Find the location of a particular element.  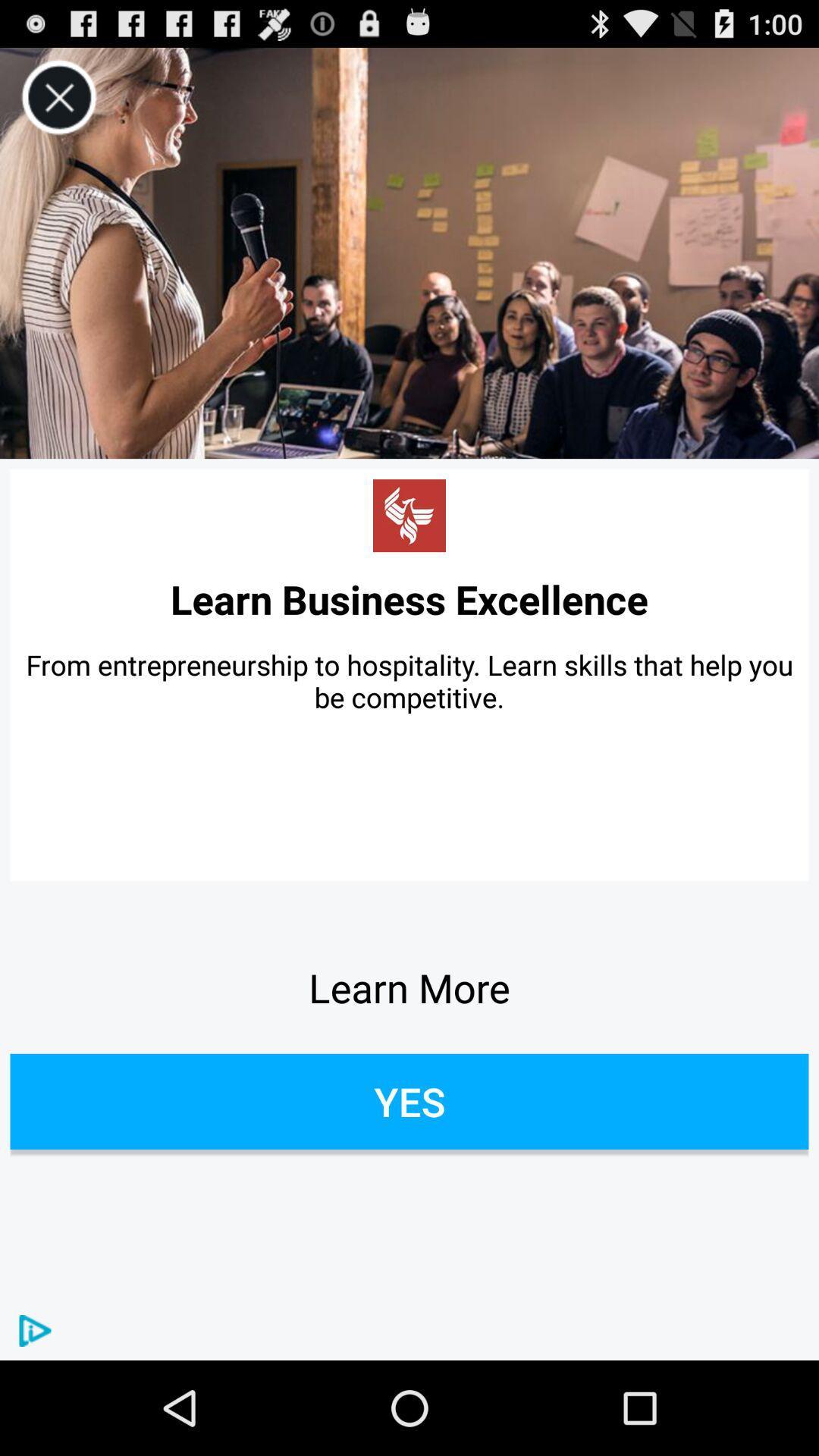

the learn business excellence item is located at coordinates (409, 598).